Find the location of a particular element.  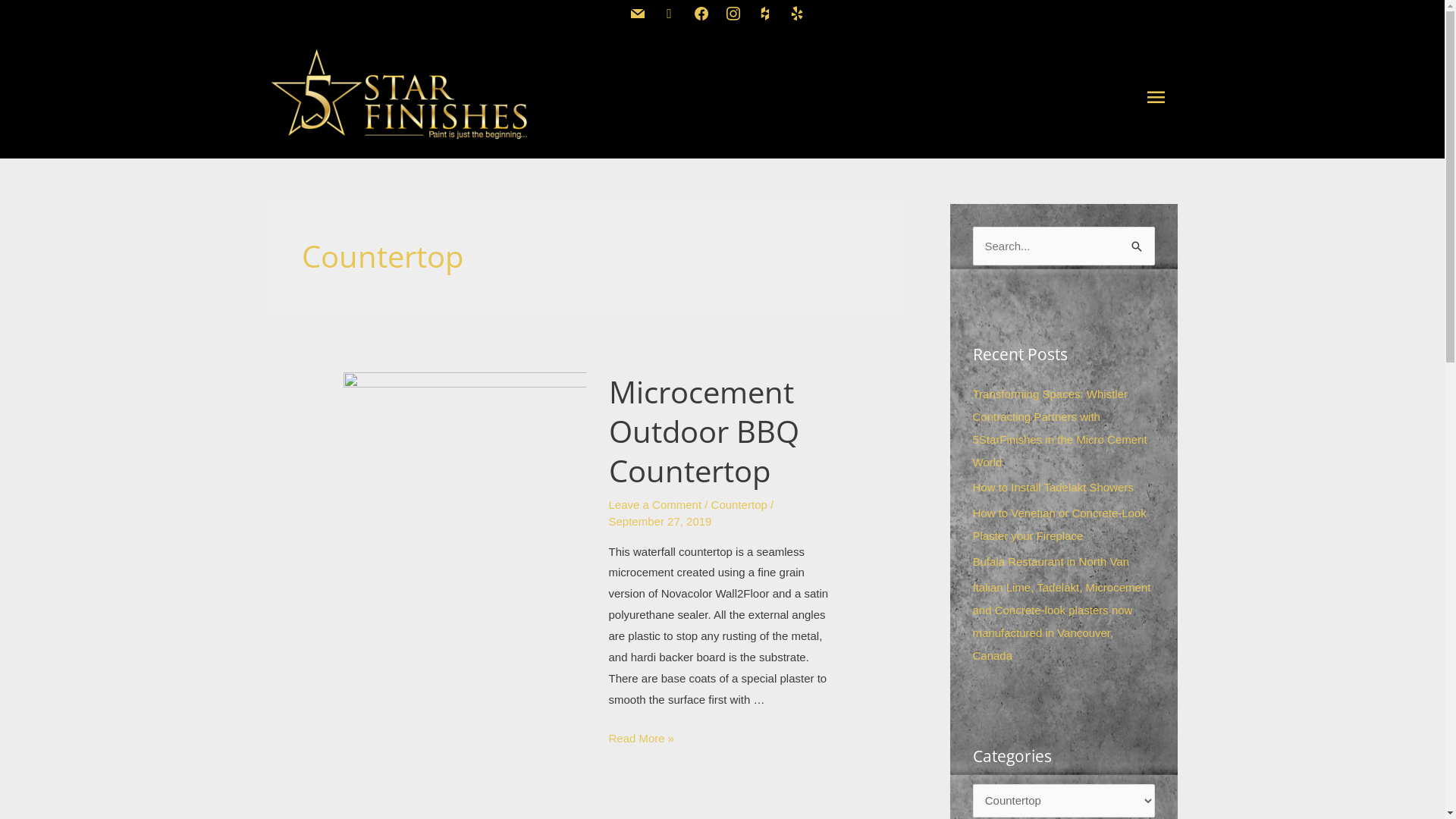

'phone-square' is located at coordinates (656, 12).